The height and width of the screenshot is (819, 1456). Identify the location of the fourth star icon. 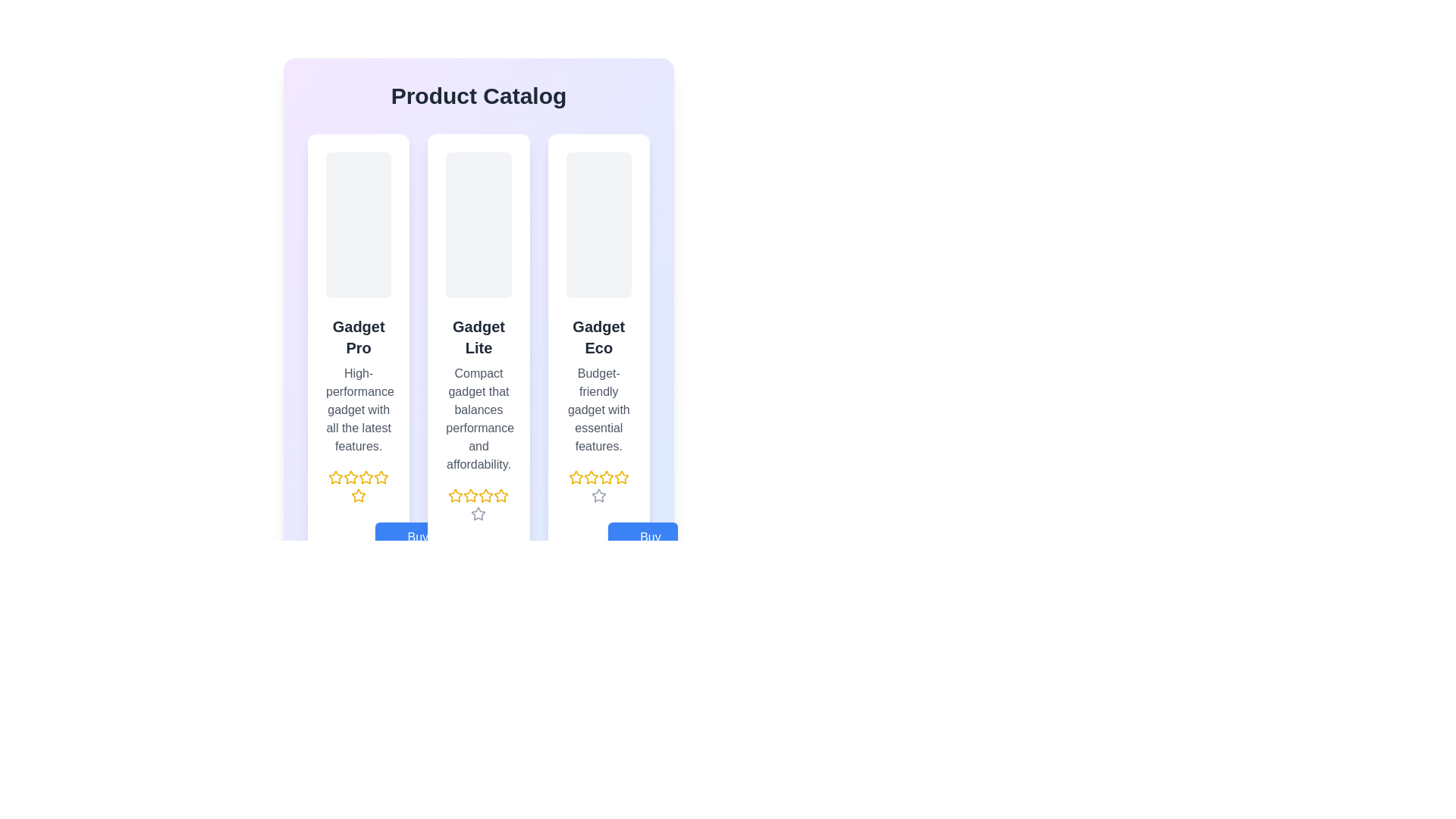
(501, 495).